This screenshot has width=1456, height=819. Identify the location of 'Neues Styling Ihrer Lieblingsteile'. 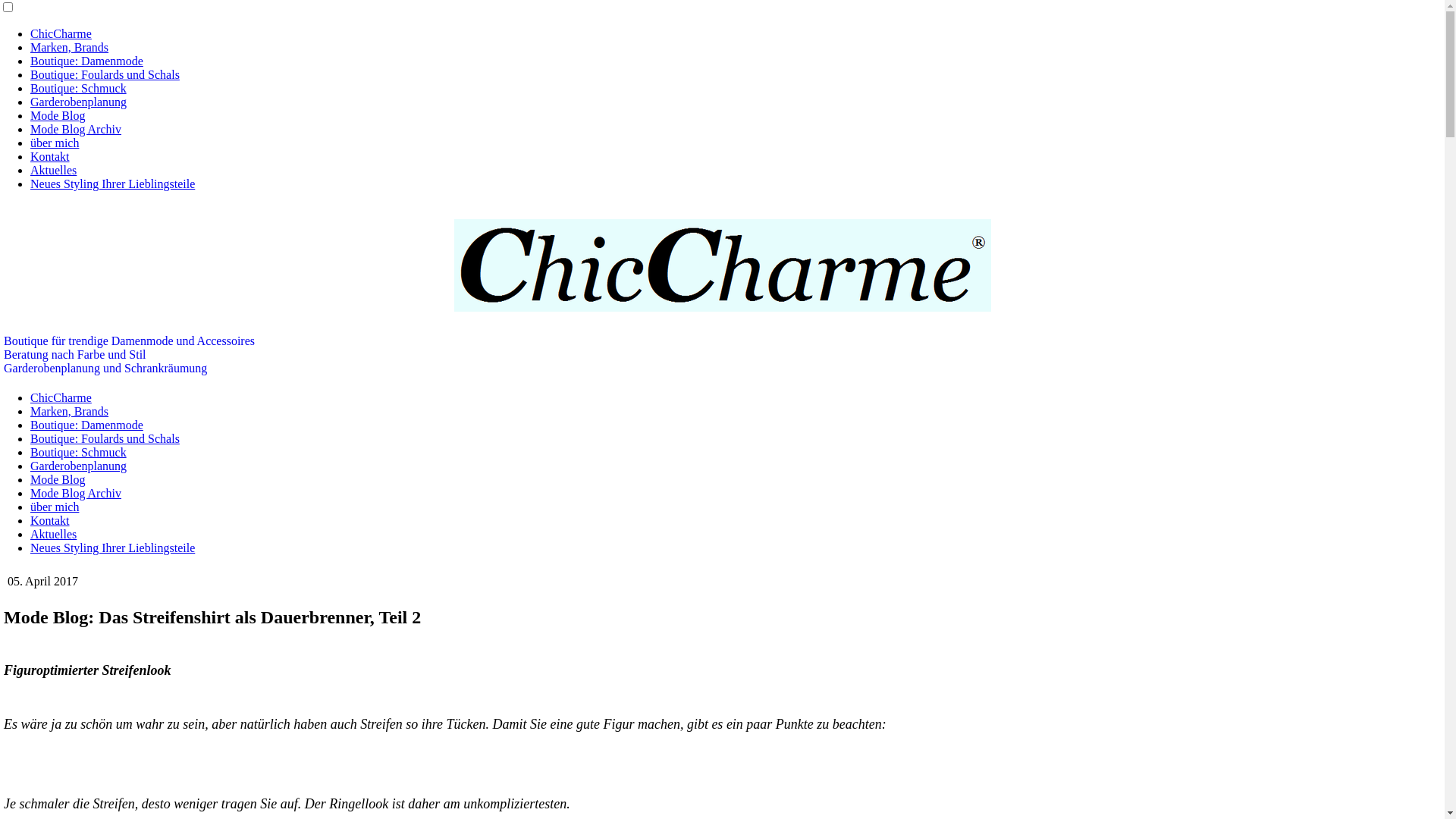
(111, 548).